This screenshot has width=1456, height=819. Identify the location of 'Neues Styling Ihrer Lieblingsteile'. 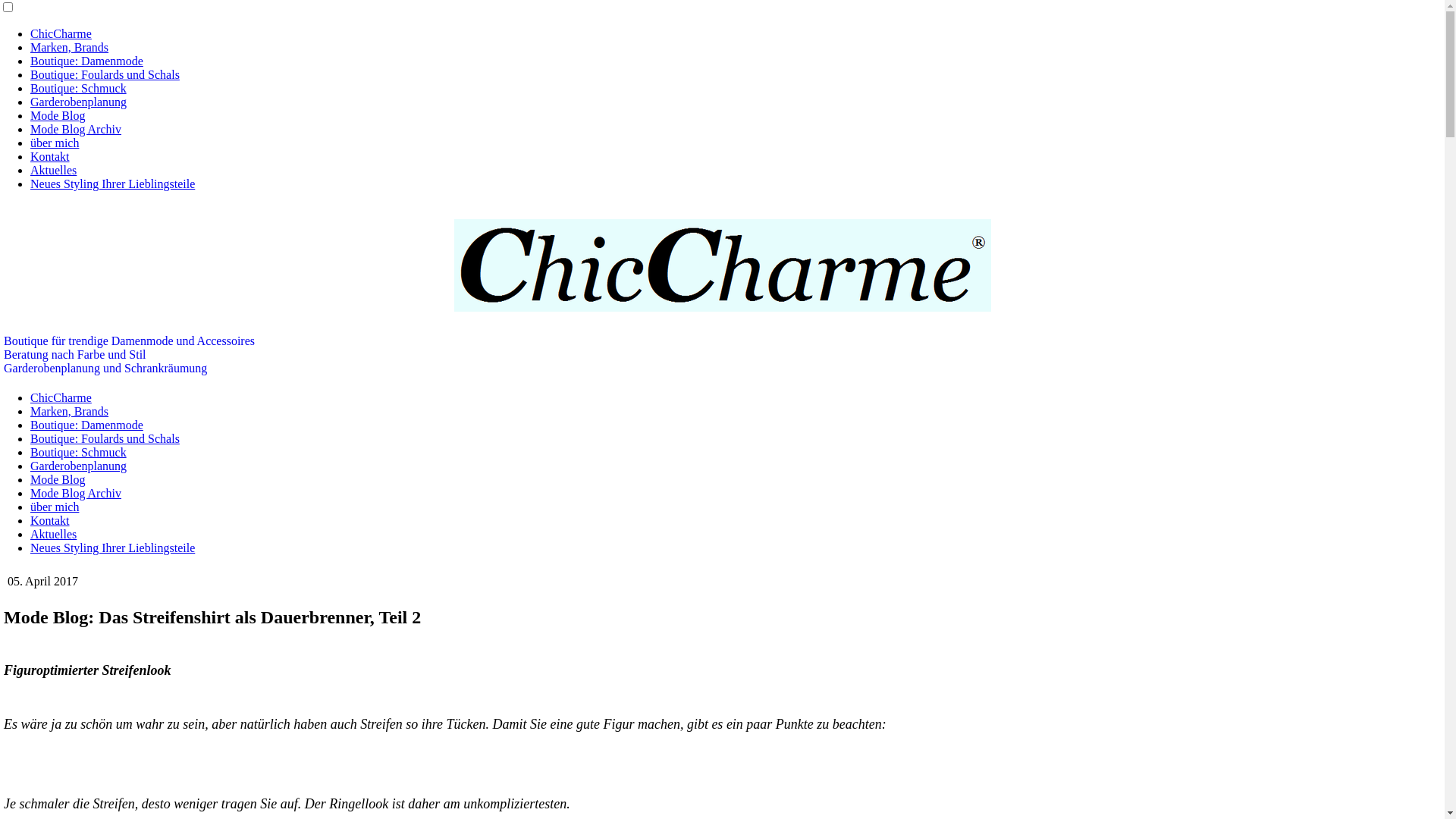
(111, 548).